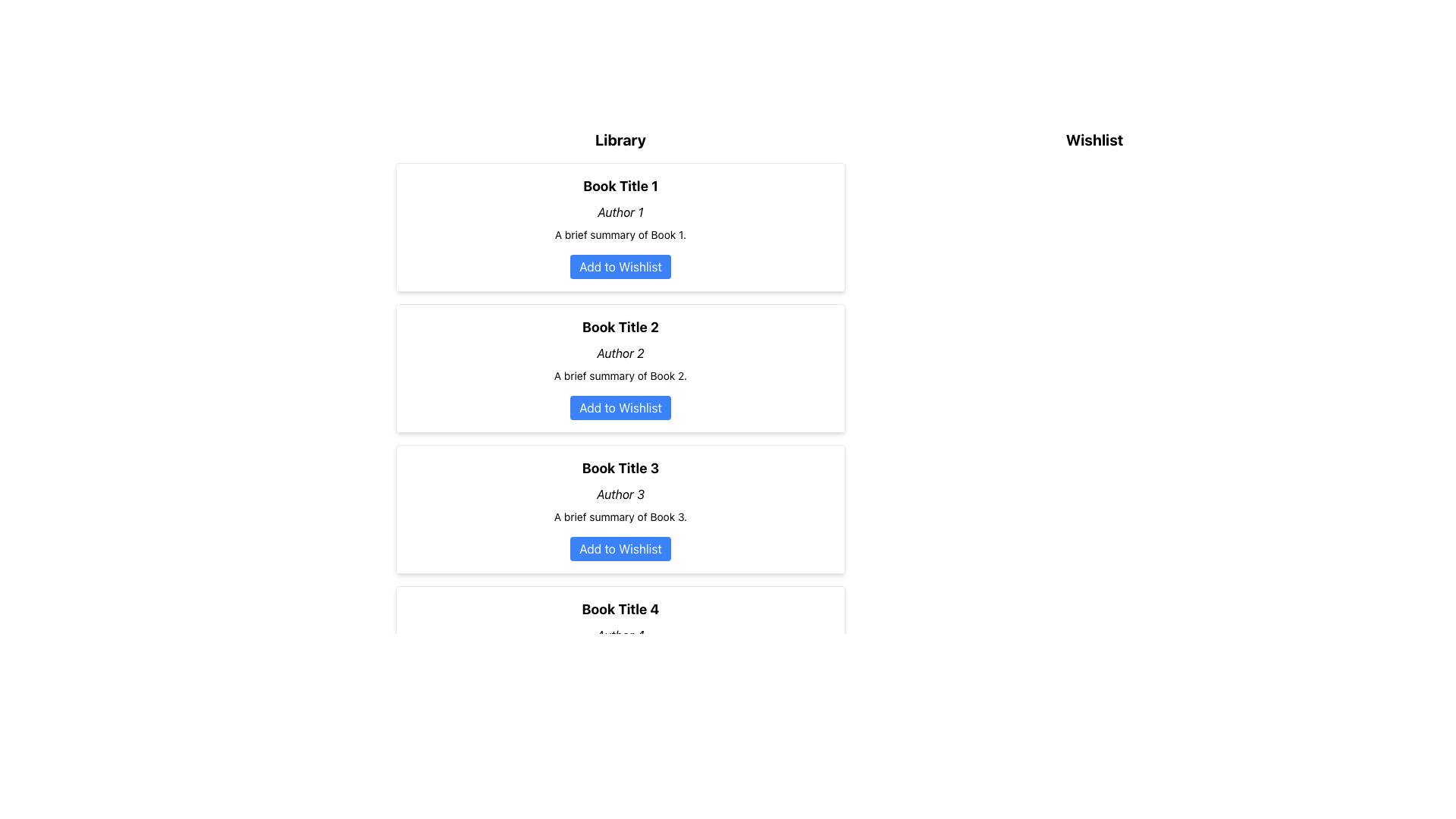 The image size is (1456, 819). What do you see at coordinates (620, 494) in the screenshot?
I see `the author's name label for the book entry, which is located directly below 'Book Title 3' and above the summary text` at bounding box center [620, 494].